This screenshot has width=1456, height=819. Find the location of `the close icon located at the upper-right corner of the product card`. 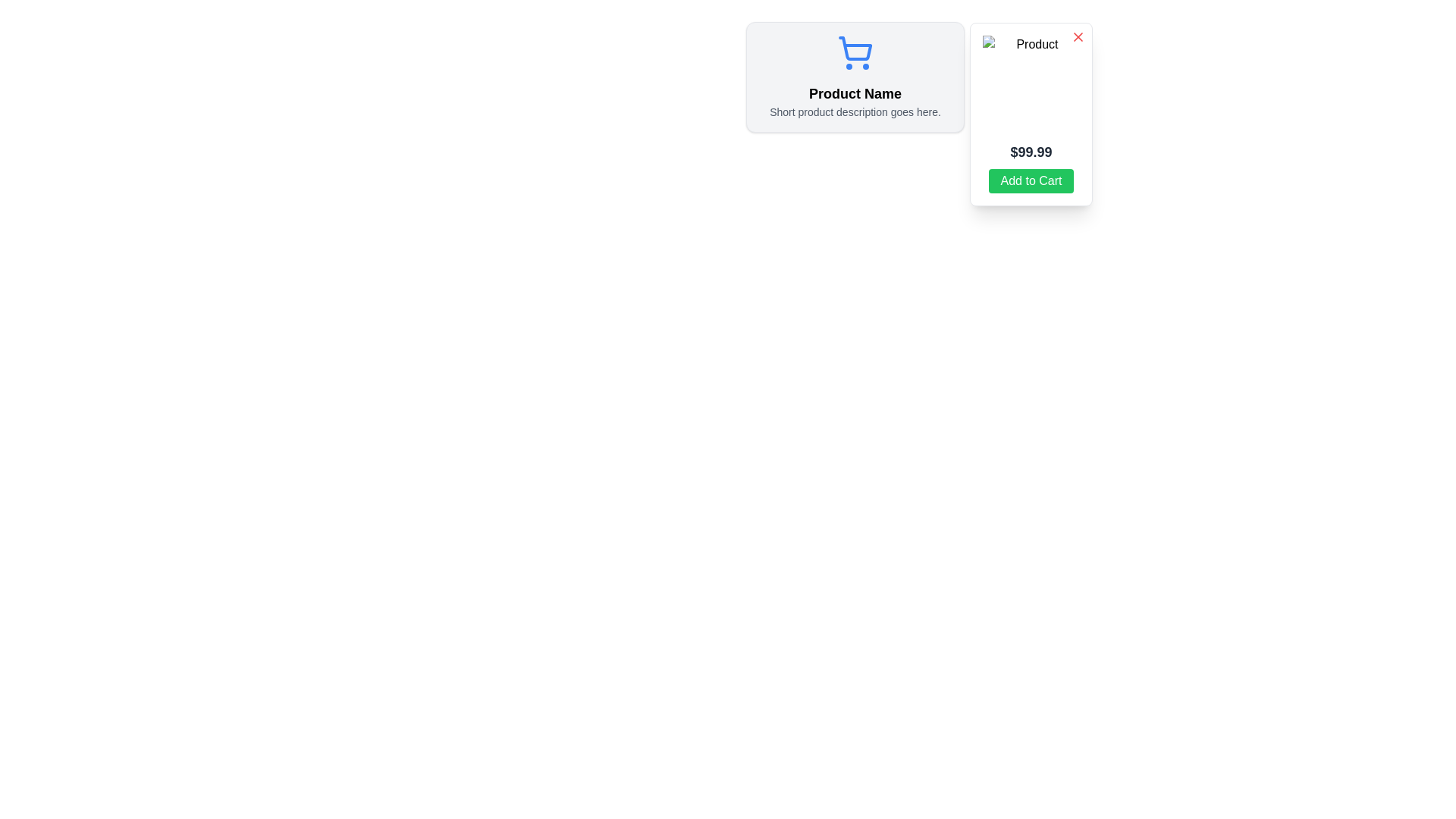

the close icon located at the upper-right corner of the product card is located at coordinates (1077, 36).